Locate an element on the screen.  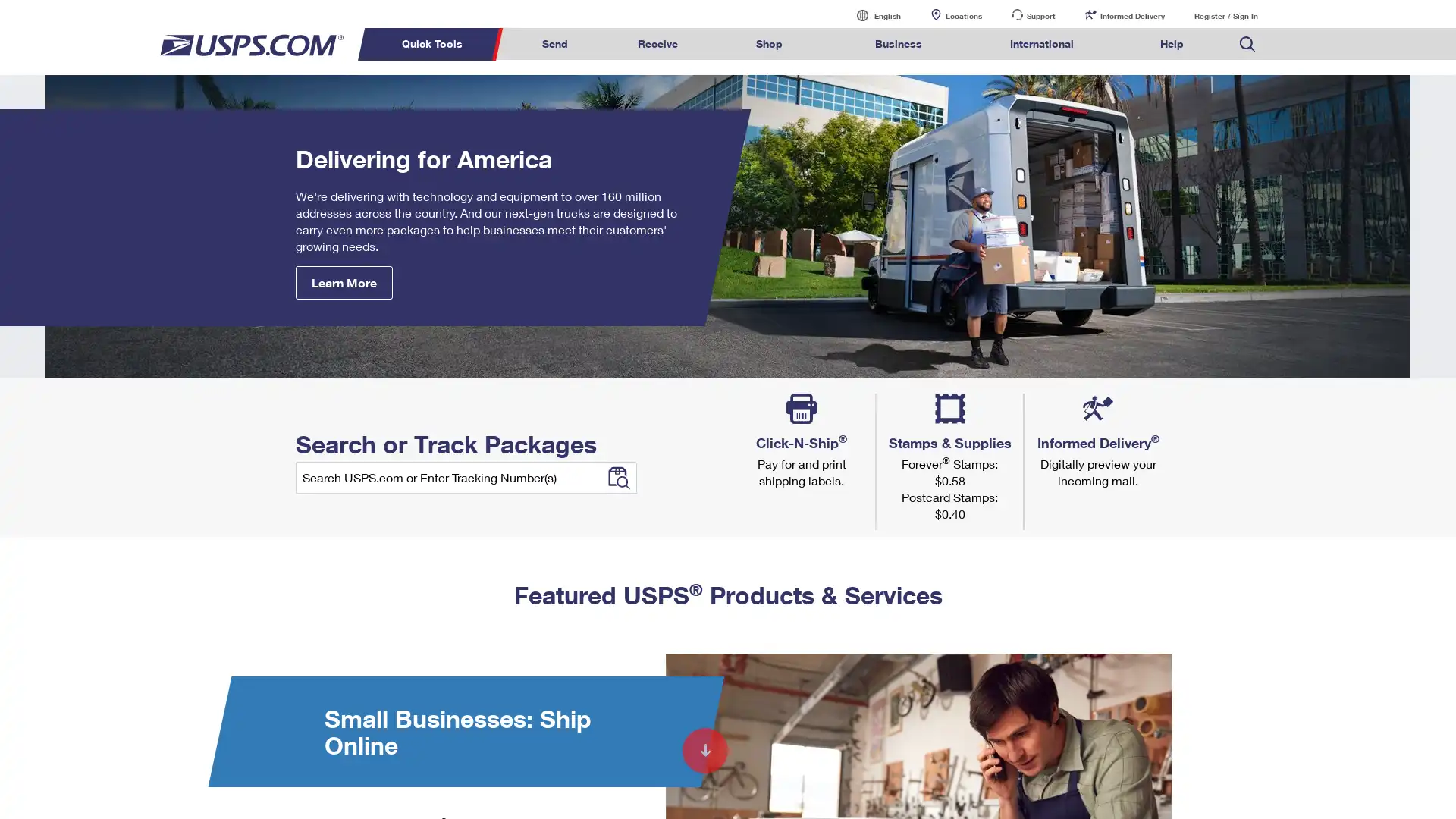
Search is located at coordinates (1092, 409).